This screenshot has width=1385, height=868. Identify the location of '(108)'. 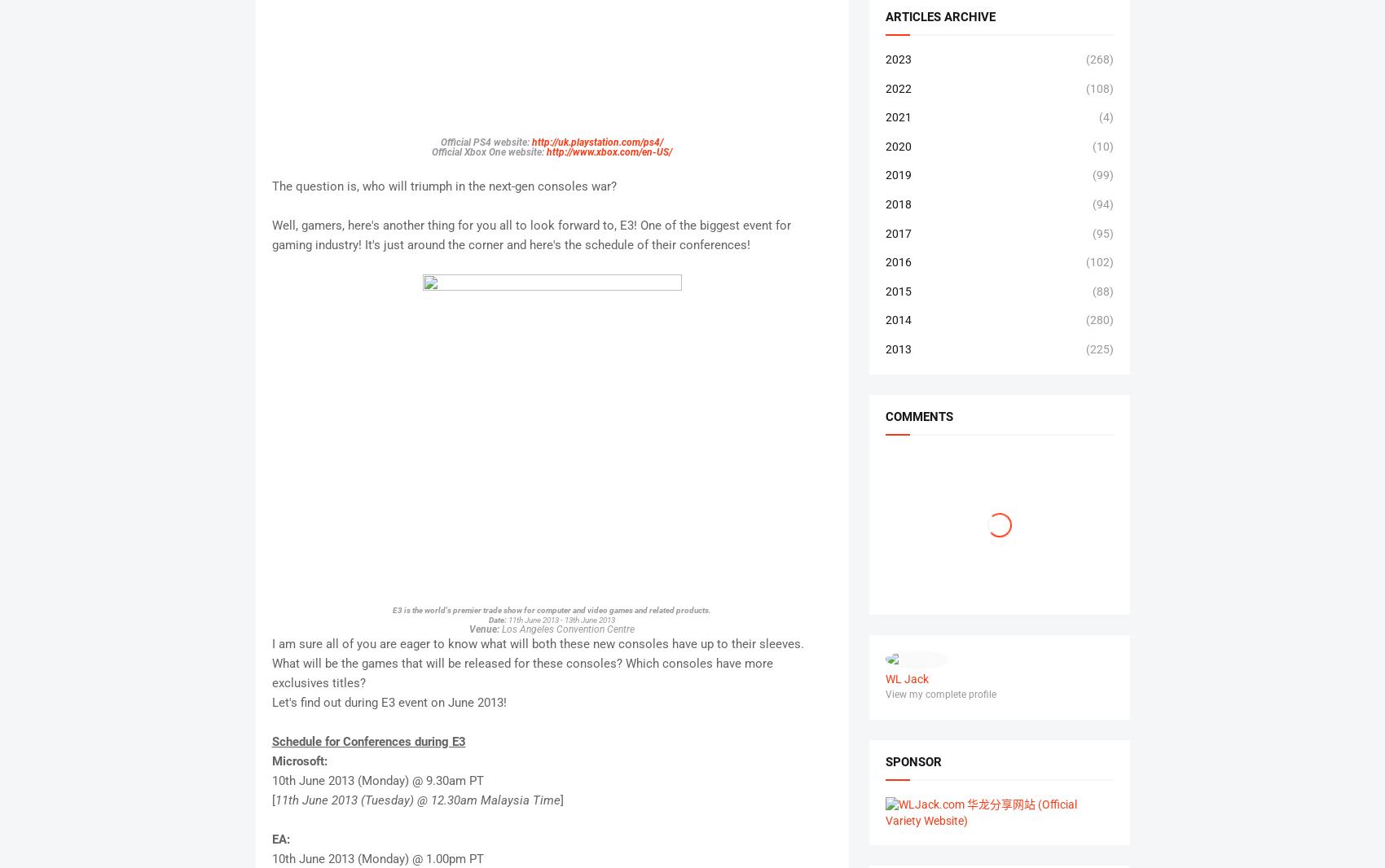
(1098, 86).